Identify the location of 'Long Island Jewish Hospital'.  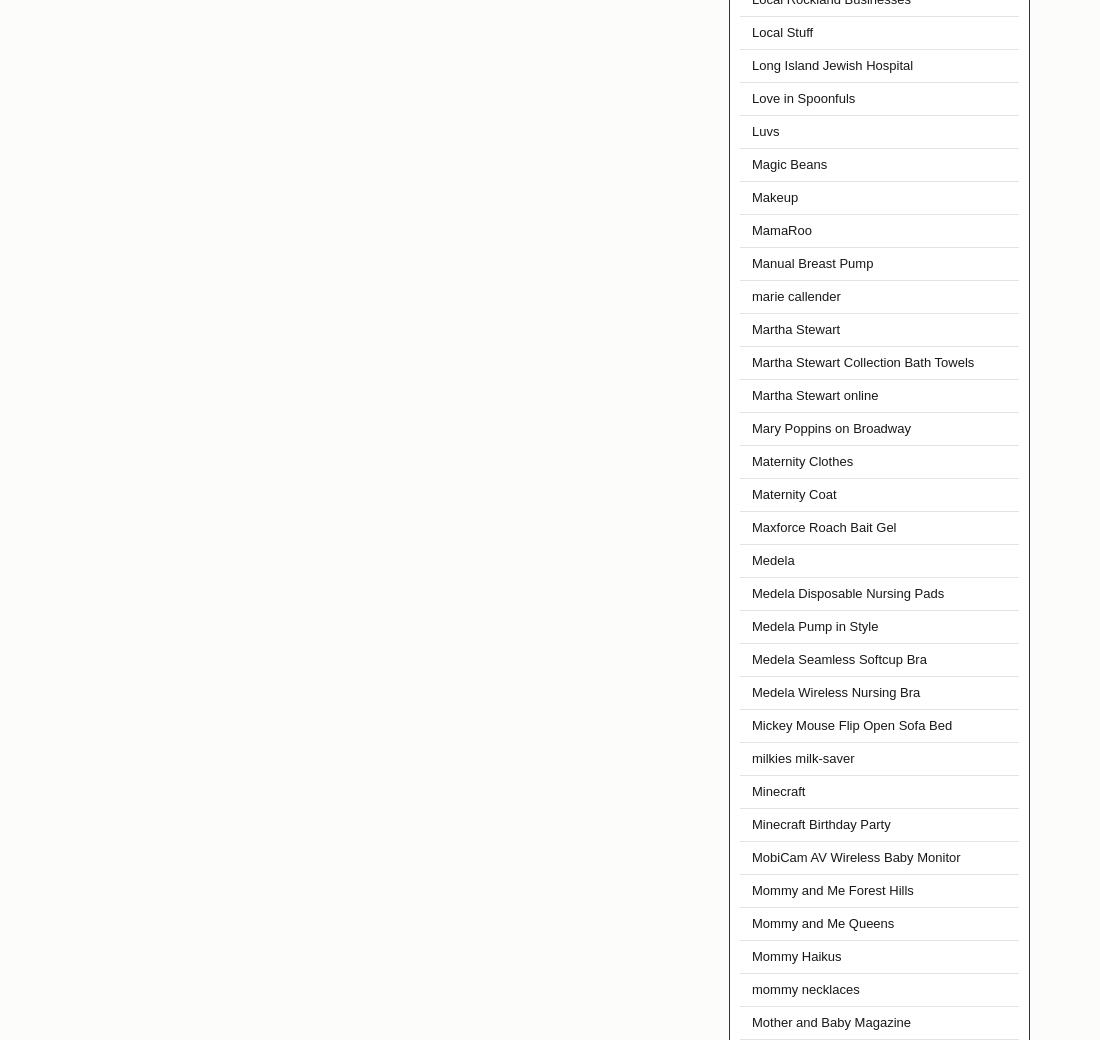
(750, 64).